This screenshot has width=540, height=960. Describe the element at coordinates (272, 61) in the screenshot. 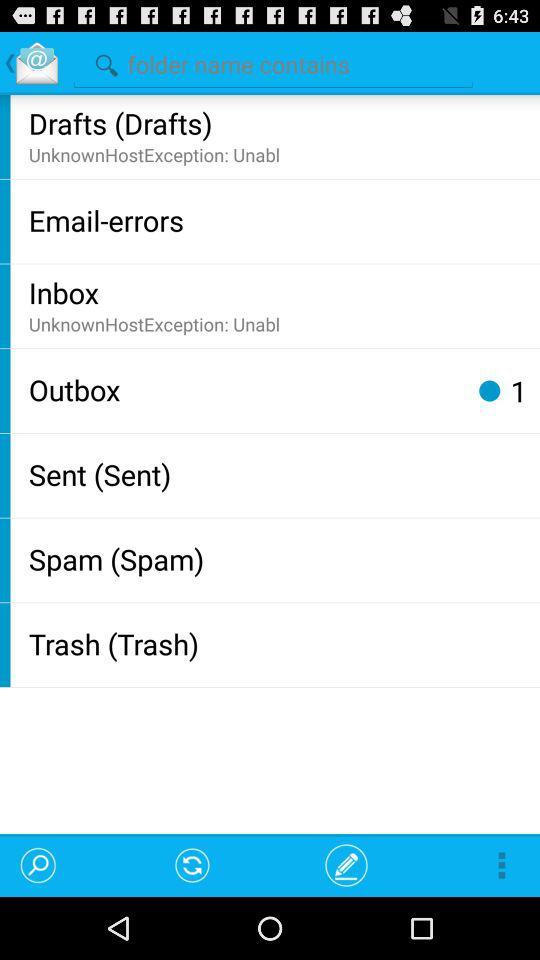

I see `search folders` at that location.